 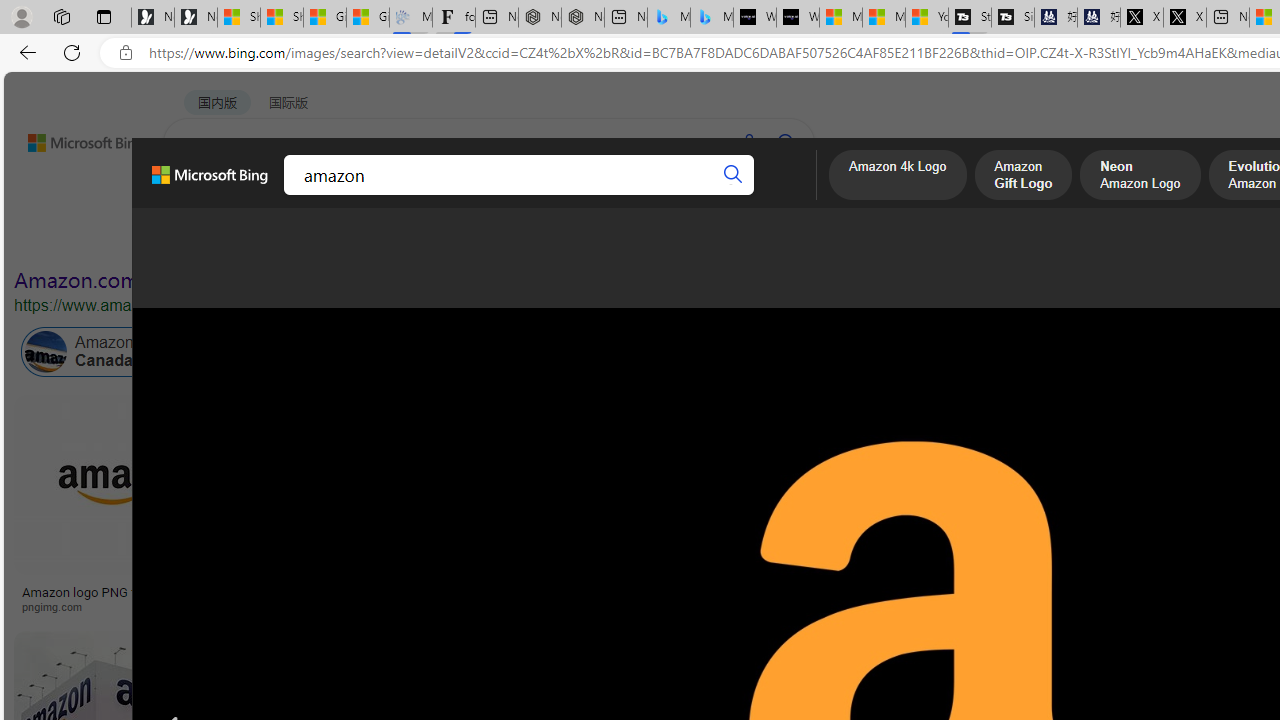 I want to click on 'Amazon Gift Logo', so click(x=1023, y=176).